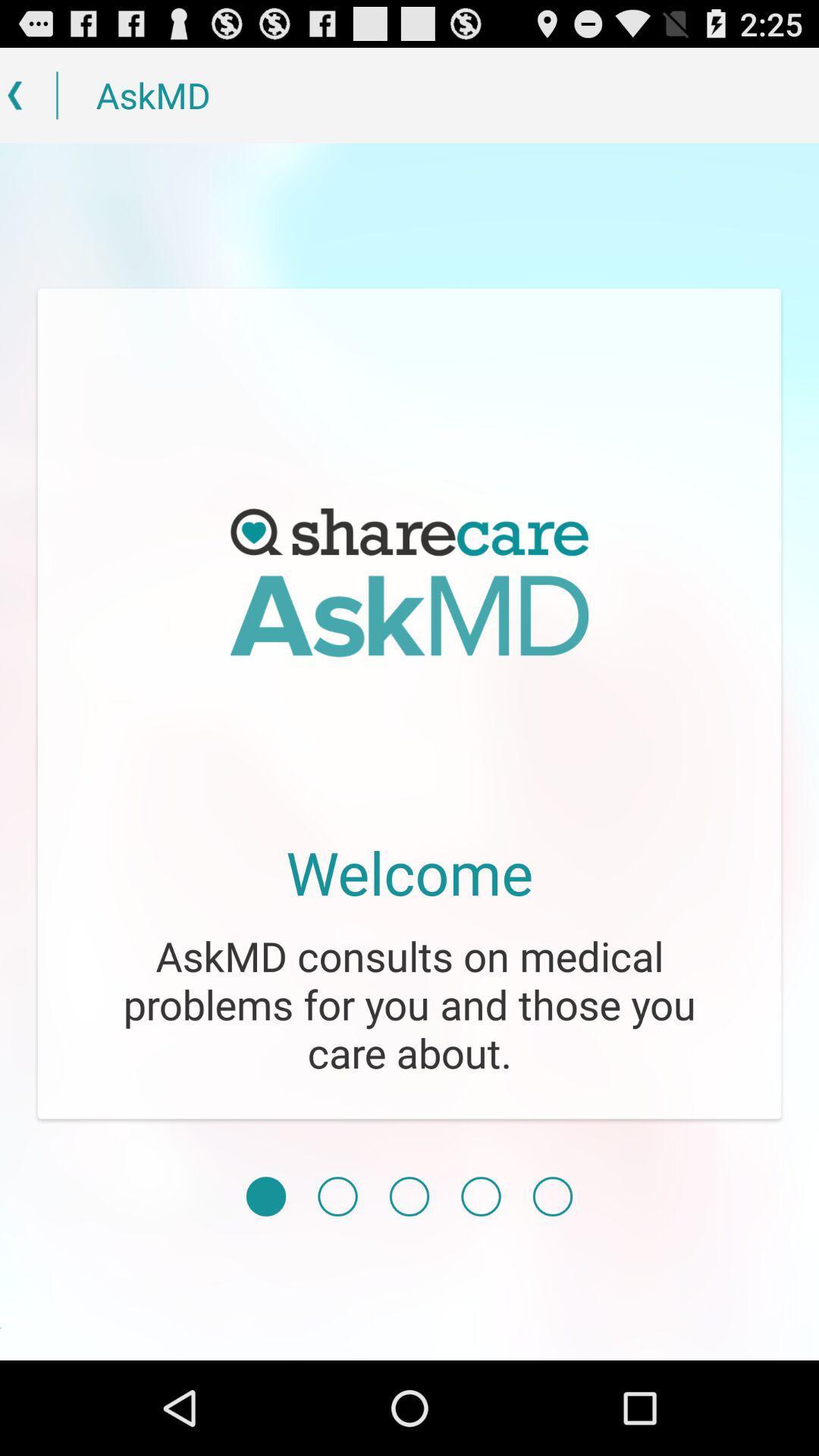 Image resolution: width=819 pixels, height=1456 pixels. Describe the element at coordinates (337, 1196) in the screenshot. I see `next screen` at that location.